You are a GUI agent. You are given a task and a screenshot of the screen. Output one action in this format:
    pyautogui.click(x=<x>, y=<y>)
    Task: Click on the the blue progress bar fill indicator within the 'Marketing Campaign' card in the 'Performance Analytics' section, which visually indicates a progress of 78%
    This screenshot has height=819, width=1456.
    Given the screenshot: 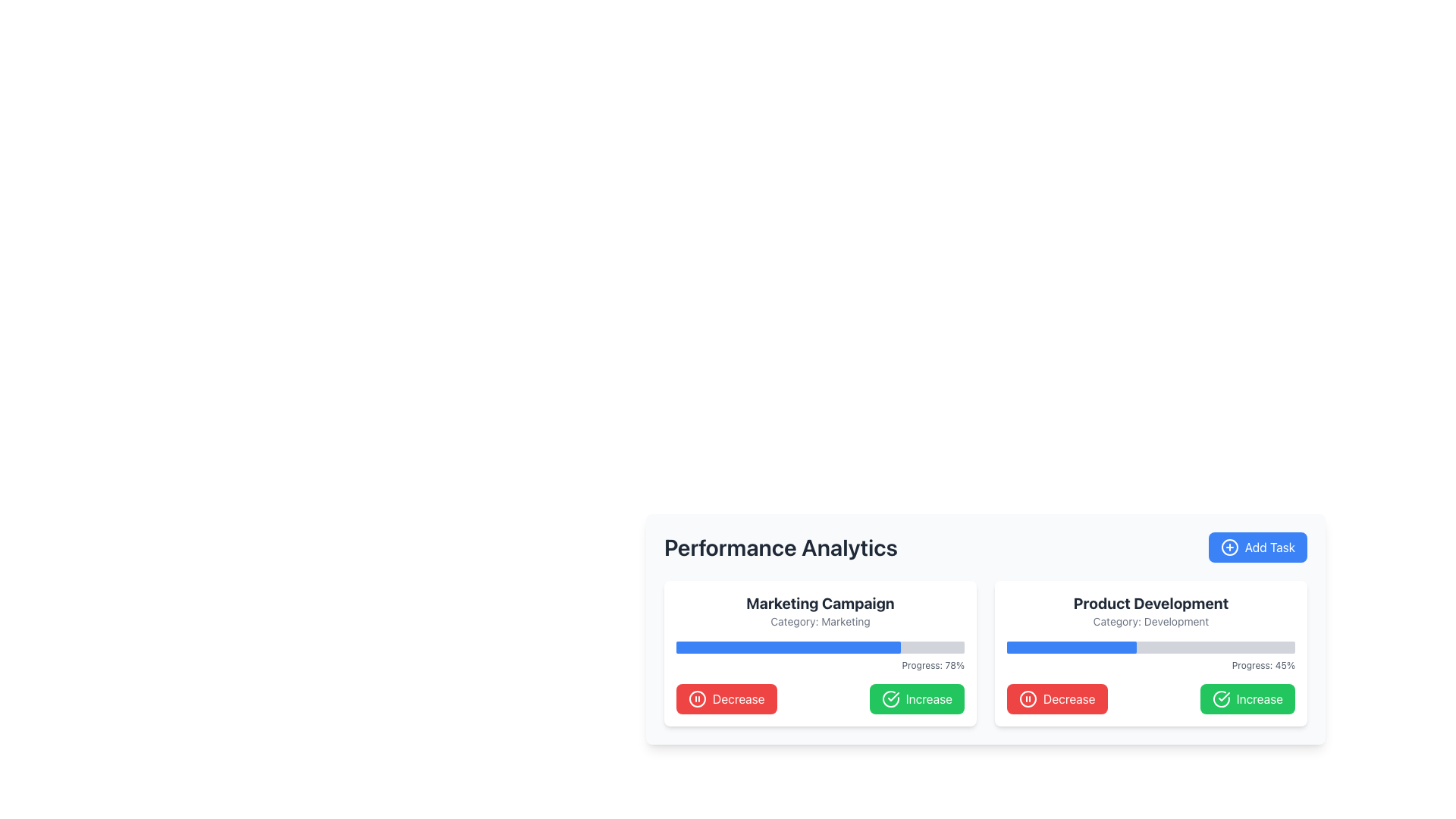 What is the action you would take?
    pyautogui.click(x=789, y=647)
    